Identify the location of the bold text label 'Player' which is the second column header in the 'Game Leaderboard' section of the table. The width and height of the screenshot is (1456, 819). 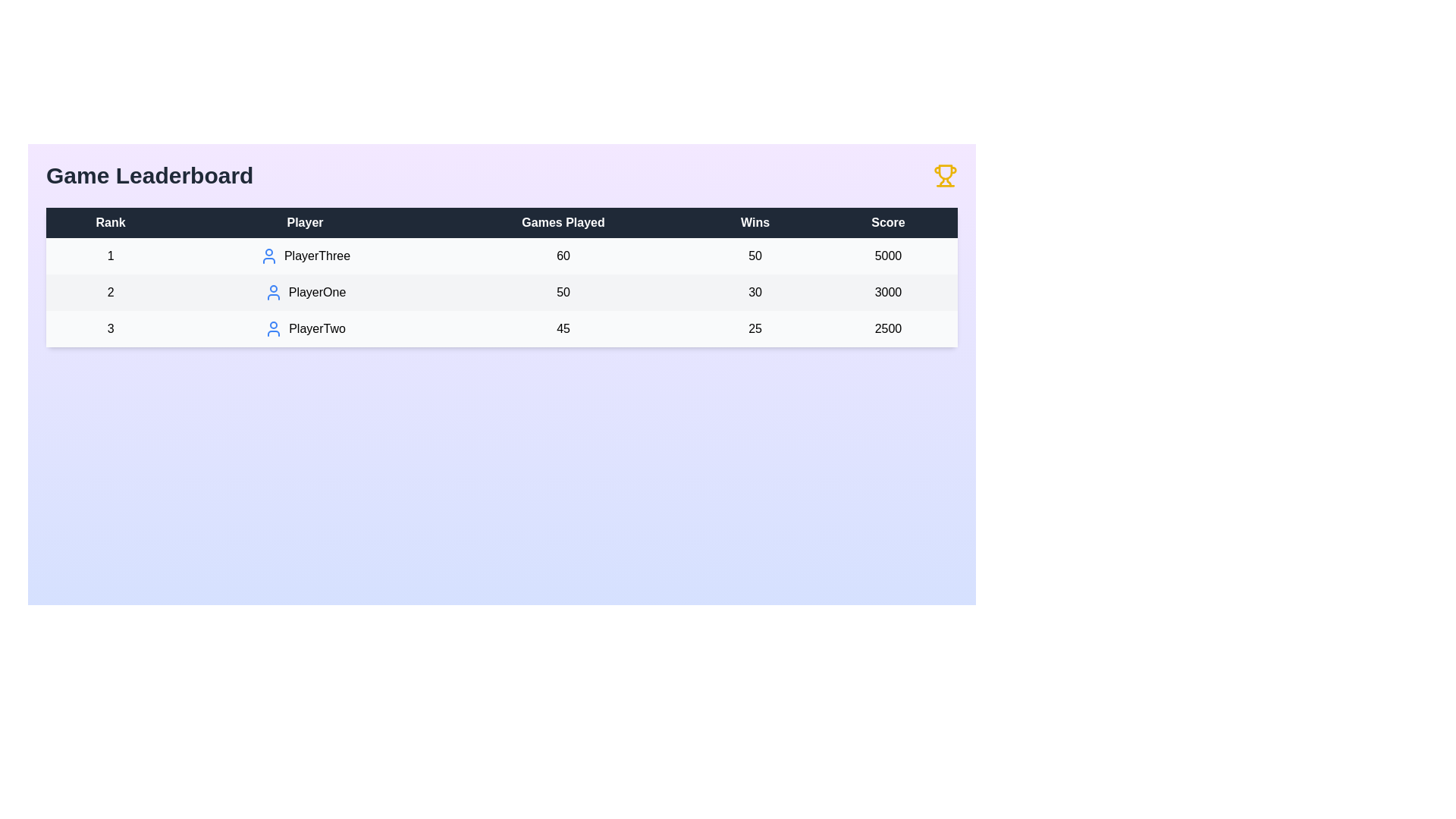
(304, 222).